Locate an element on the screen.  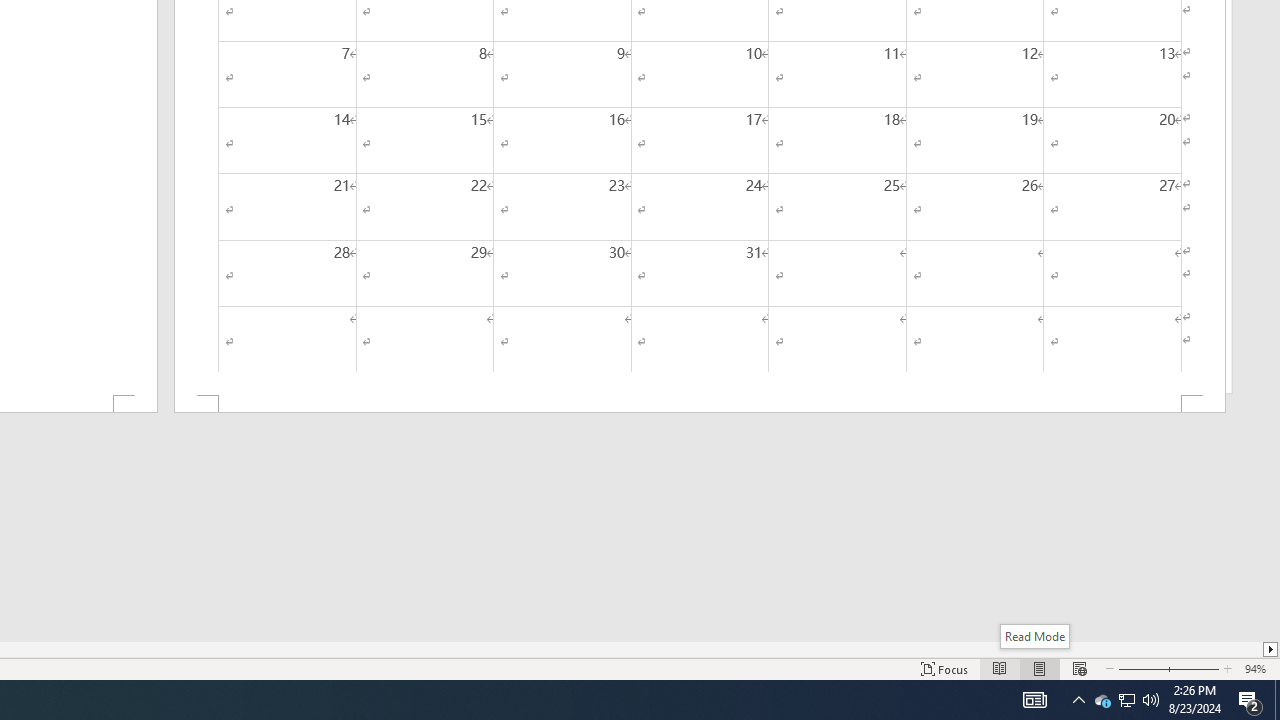
'Read Mode' is located at coordinates (1034, 636).